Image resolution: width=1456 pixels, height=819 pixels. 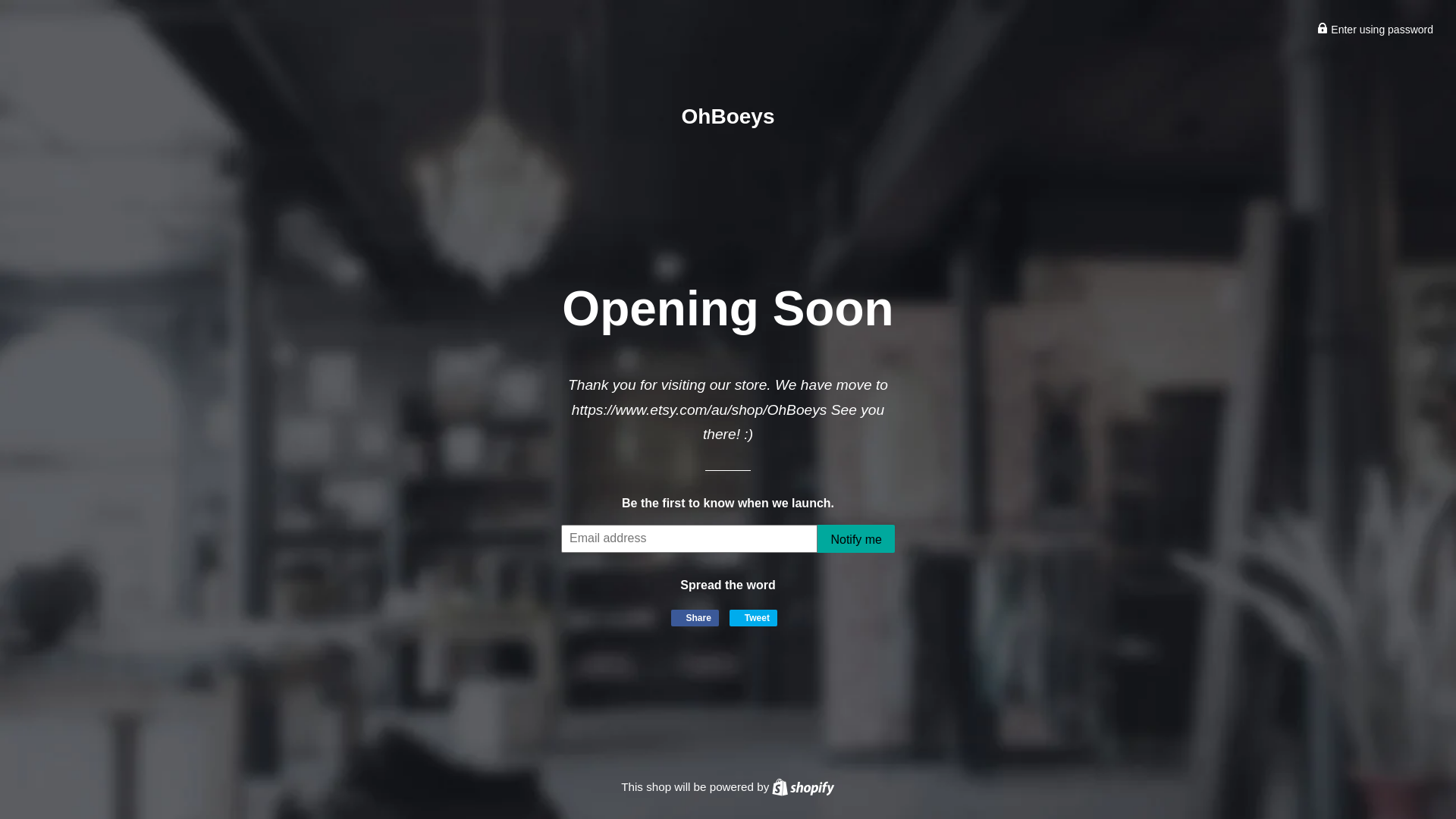 I want to click on 'Lock icon Enter using password', so click(x=1375, y=29).